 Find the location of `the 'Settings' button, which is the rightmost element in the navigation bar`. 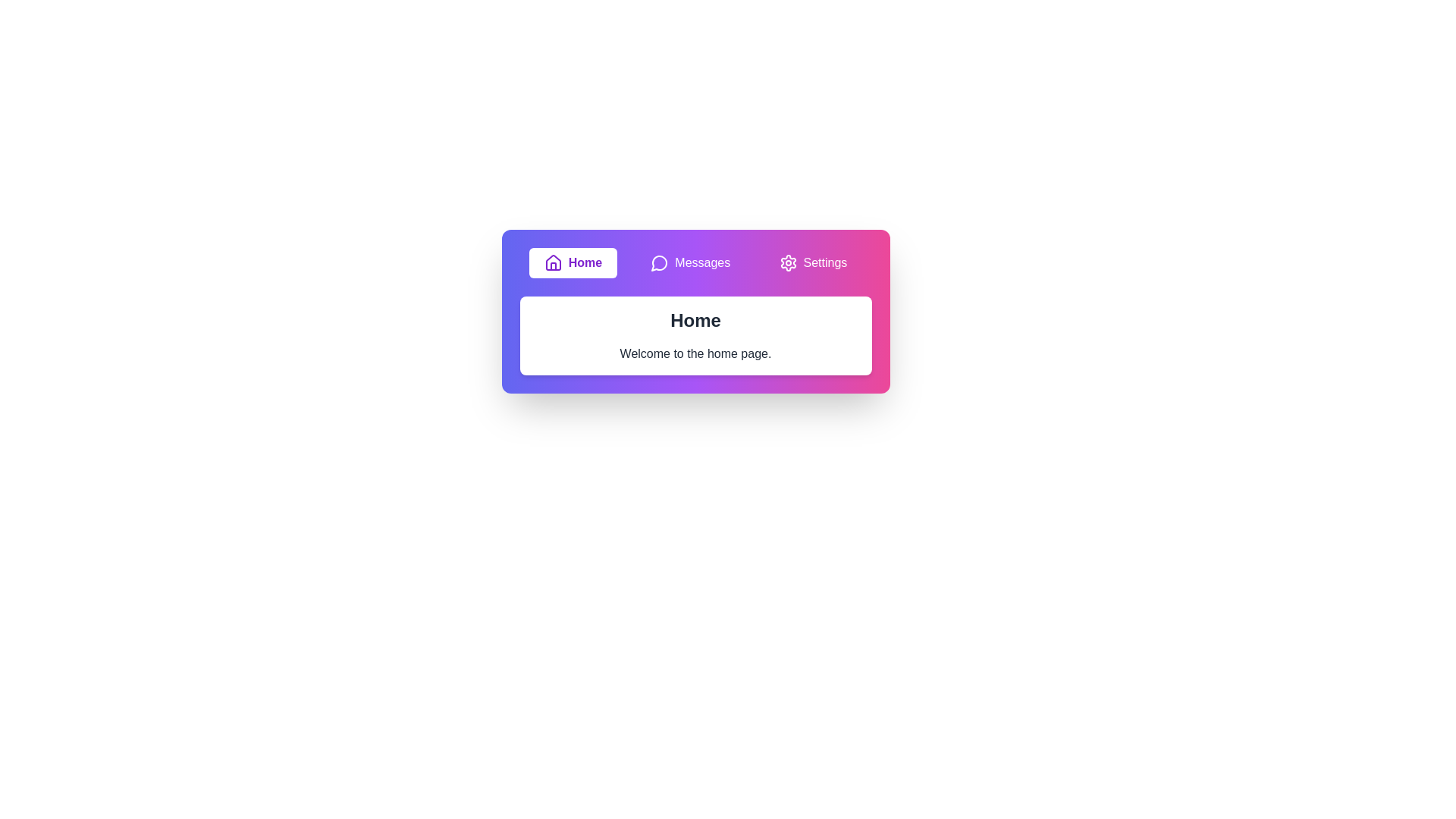

the 'Settings' button, which is the rightmost element in the navigation bar is located at coordinates (824, 262).